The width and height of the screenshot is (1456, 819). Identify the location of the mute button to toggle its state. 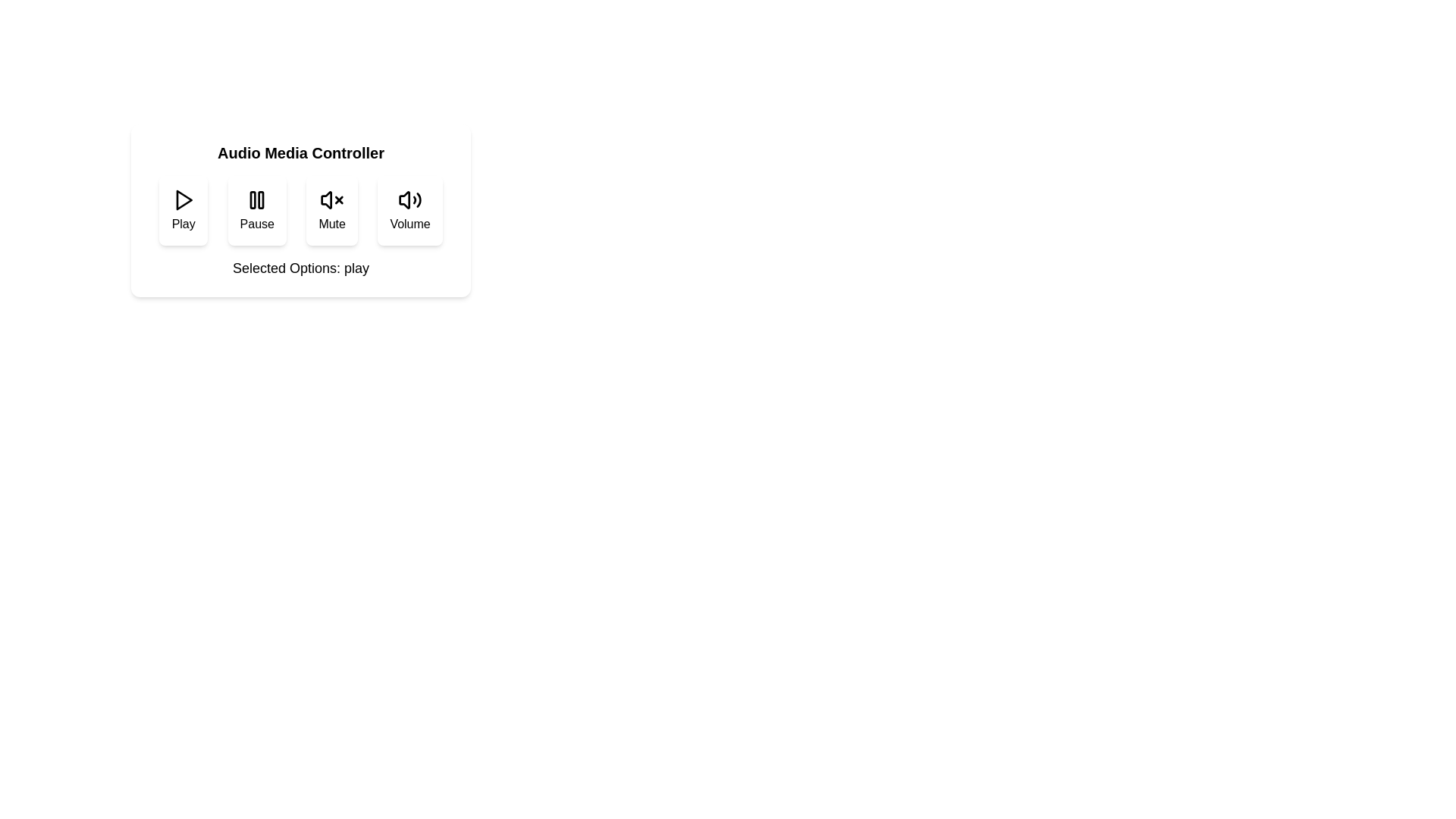
(331, 210).